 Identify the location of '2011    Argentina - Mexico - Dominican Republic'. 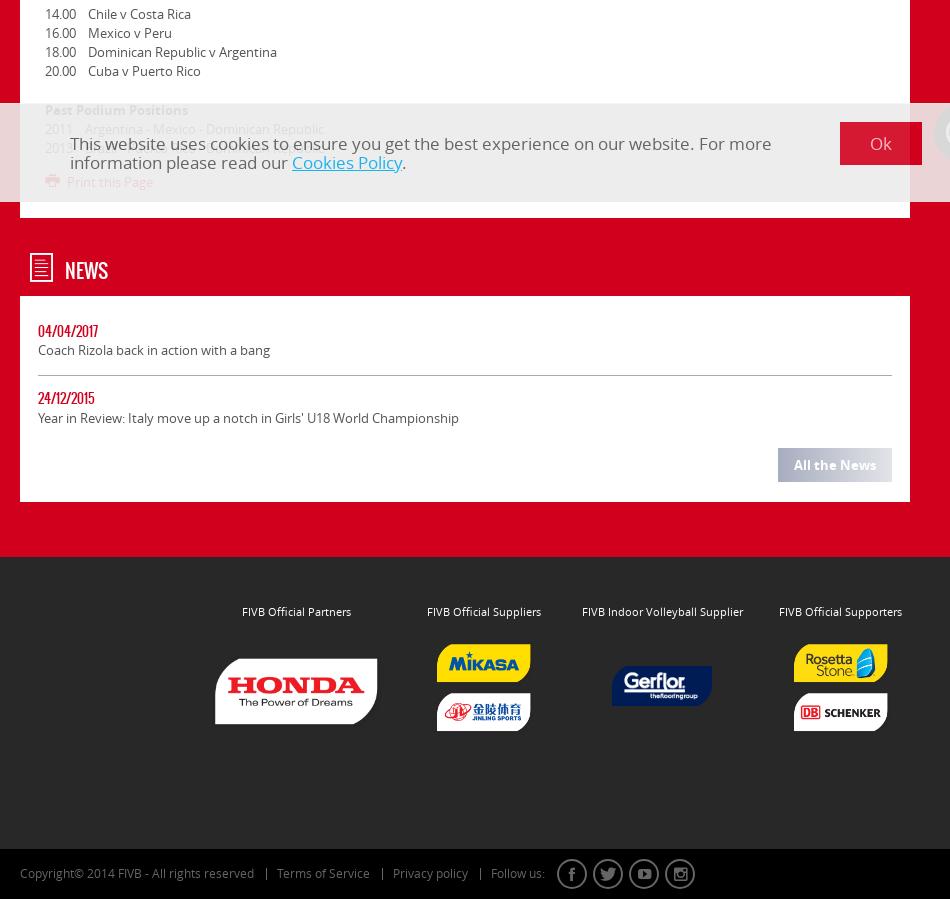
(184, 127).